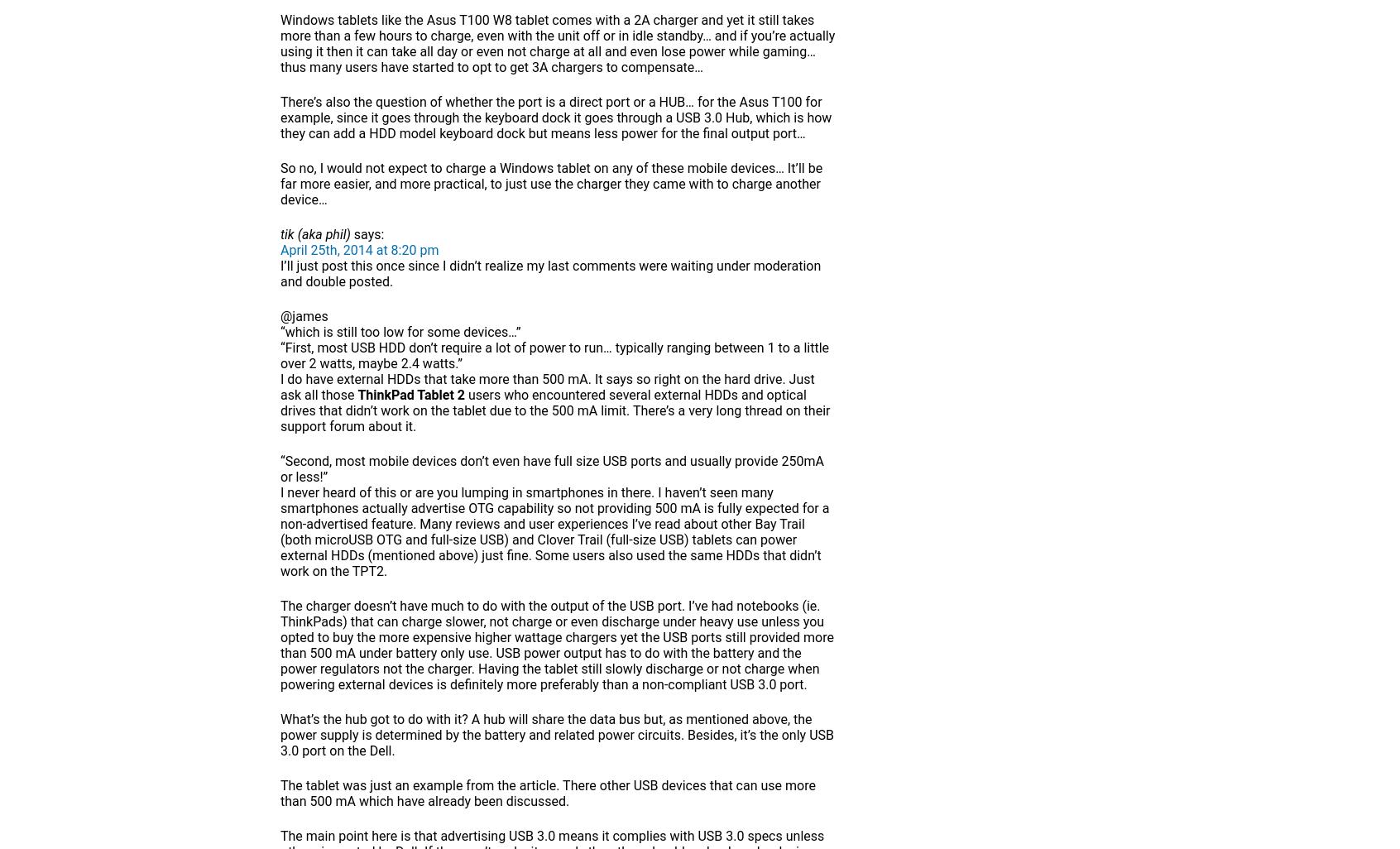 The height and width of the screenshot is (849, 1400). What do you see at coordinates (410, 394) in the screenshot?
I see `'ThinkPad Tablet 2'` at bounding box center [410, 394].